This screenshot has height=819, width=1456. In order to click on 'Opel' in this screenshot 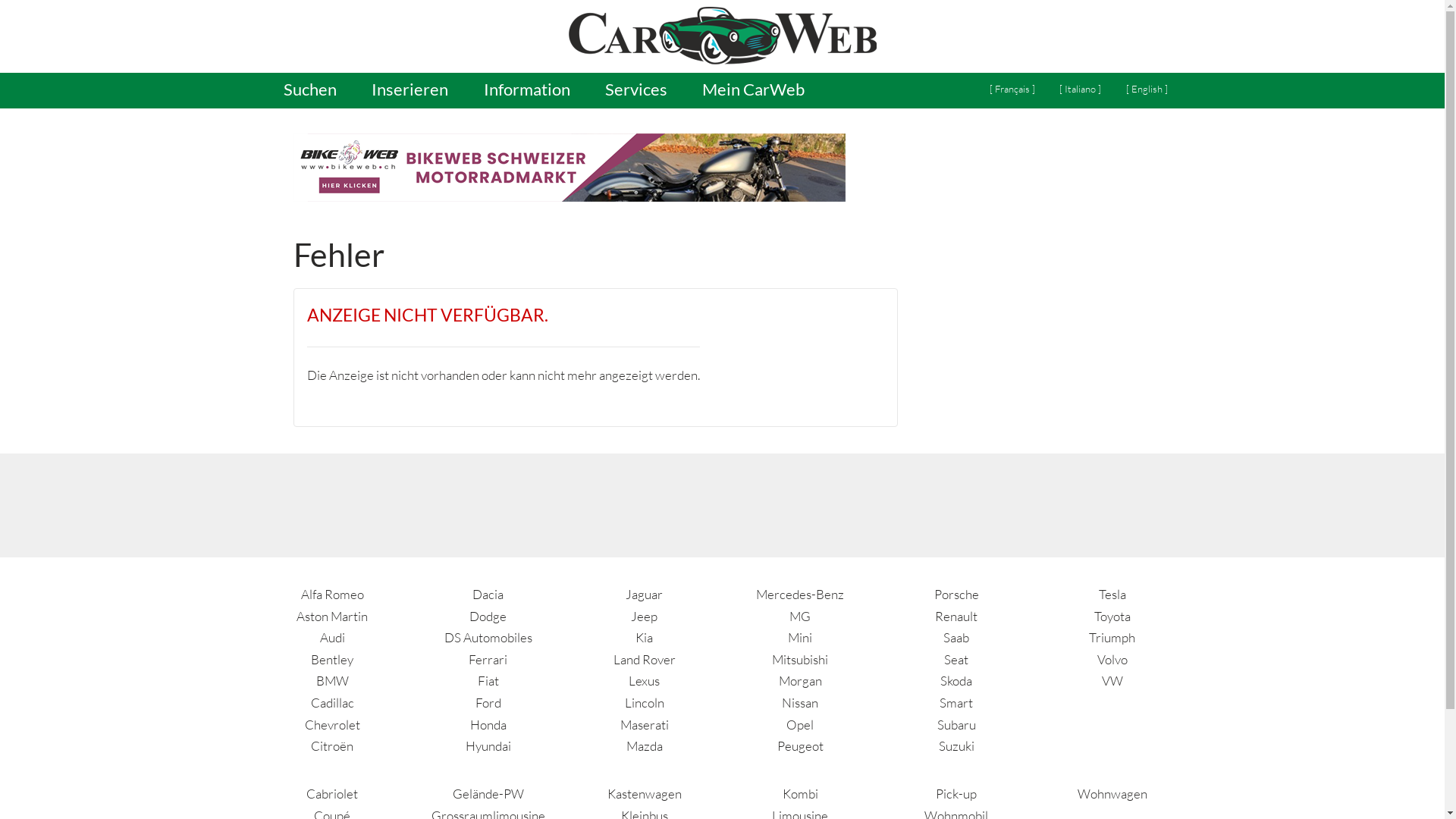, I will do `click(799, 723)`.